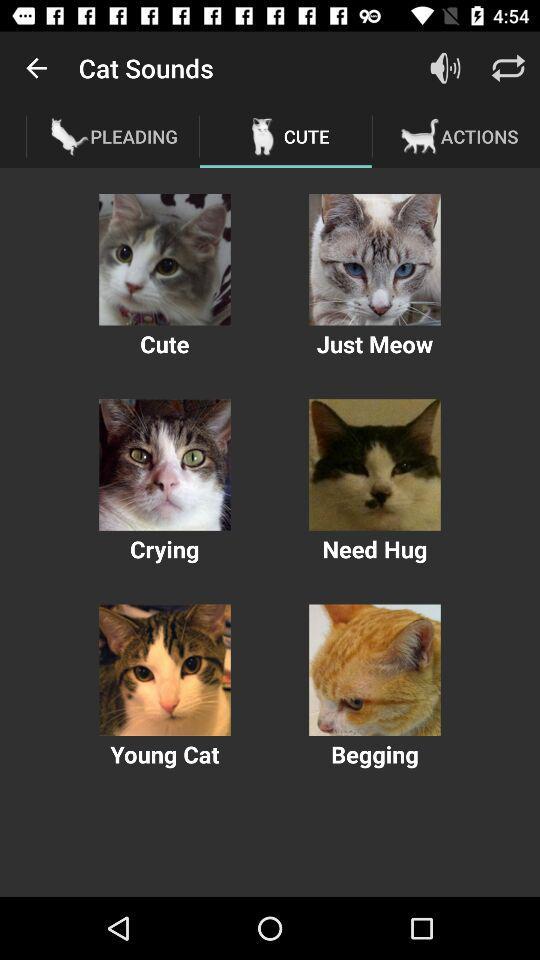  Describe the element at coordinates (508, 68) in the screenshot. I see `settings` at that location.